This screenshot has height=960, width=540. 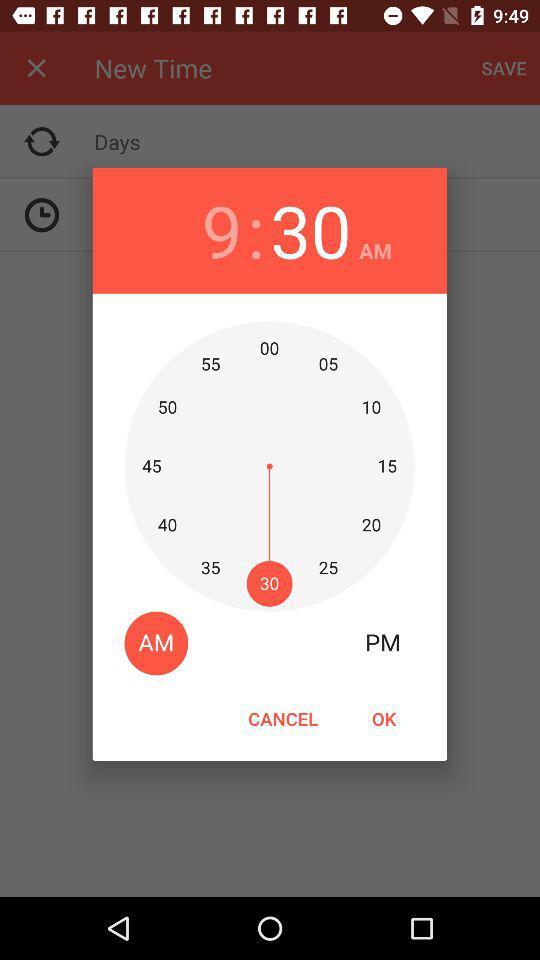 What do you see at coordinates (383, 718) in the screenshot?
I see `ok icon` at bounding box center [383, 718].